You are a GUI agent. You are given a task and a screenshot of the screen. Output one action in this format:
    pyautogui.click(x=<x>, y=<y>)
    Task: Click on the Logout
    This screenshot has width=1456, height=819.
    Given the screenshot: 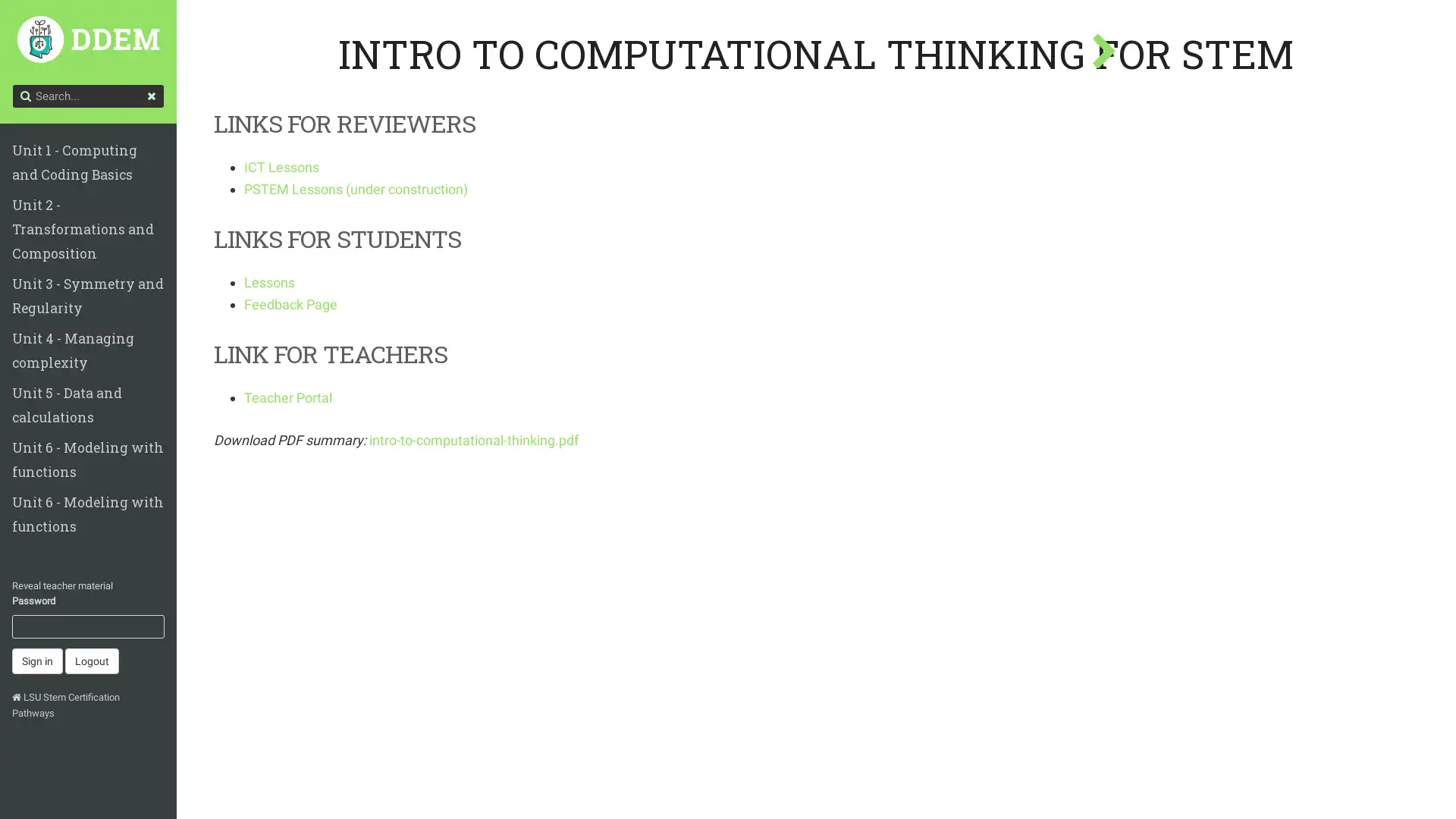 What is the action you would take?
    pyautogui.click(x=91, y=605)
    